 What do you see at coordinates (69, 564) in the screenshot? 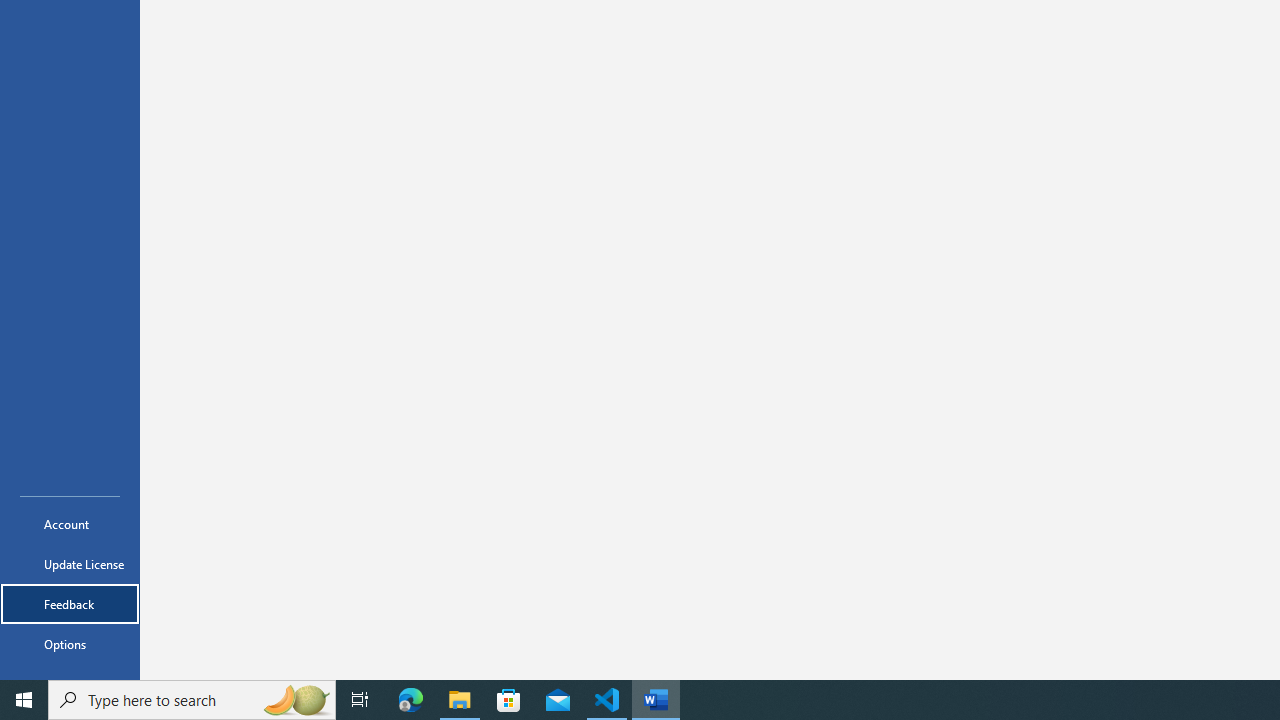
I see `'Update License'` at bounding box center [69, 564].